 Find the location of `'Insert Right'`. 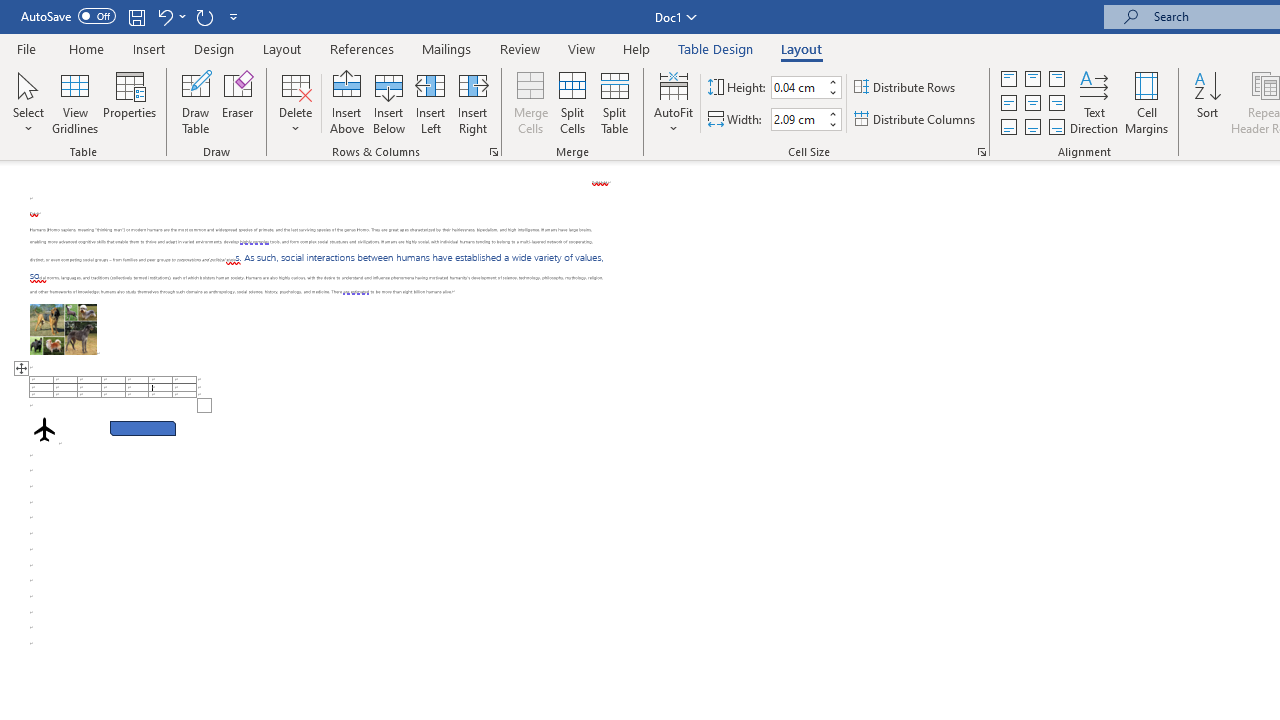

'Insert Right' is located at coordinates (471, 103).